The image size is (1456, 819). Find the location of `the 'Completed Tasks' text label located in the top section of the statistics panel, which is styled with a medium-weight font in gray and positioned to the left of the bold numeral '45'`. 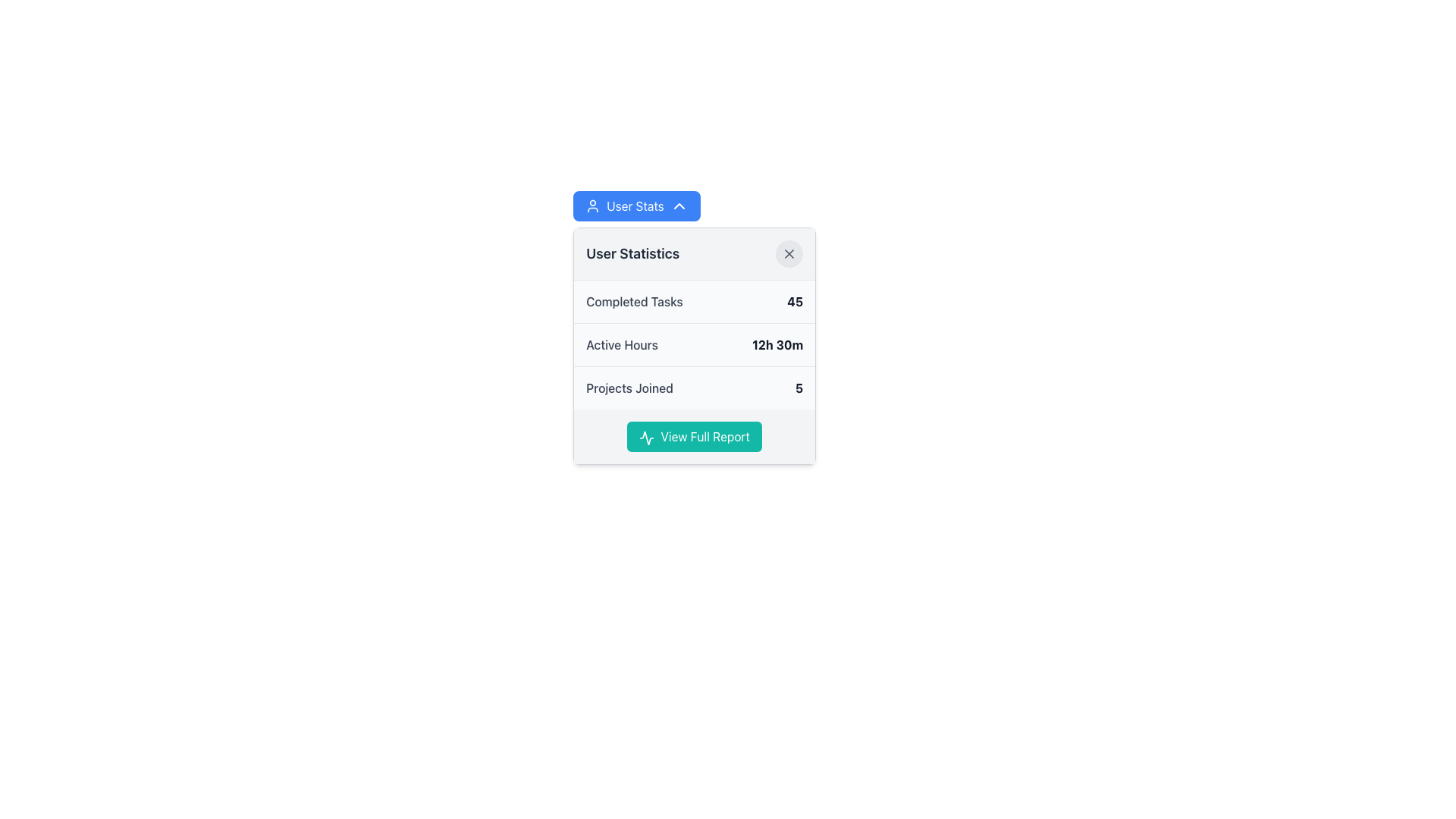

the 'Completed Tasks' text label located in the top section of the statistics panel, which is styled with a medium-weight font in gray and positioned to the left of the bold numeral '45' is located at coordinates (634, 301).